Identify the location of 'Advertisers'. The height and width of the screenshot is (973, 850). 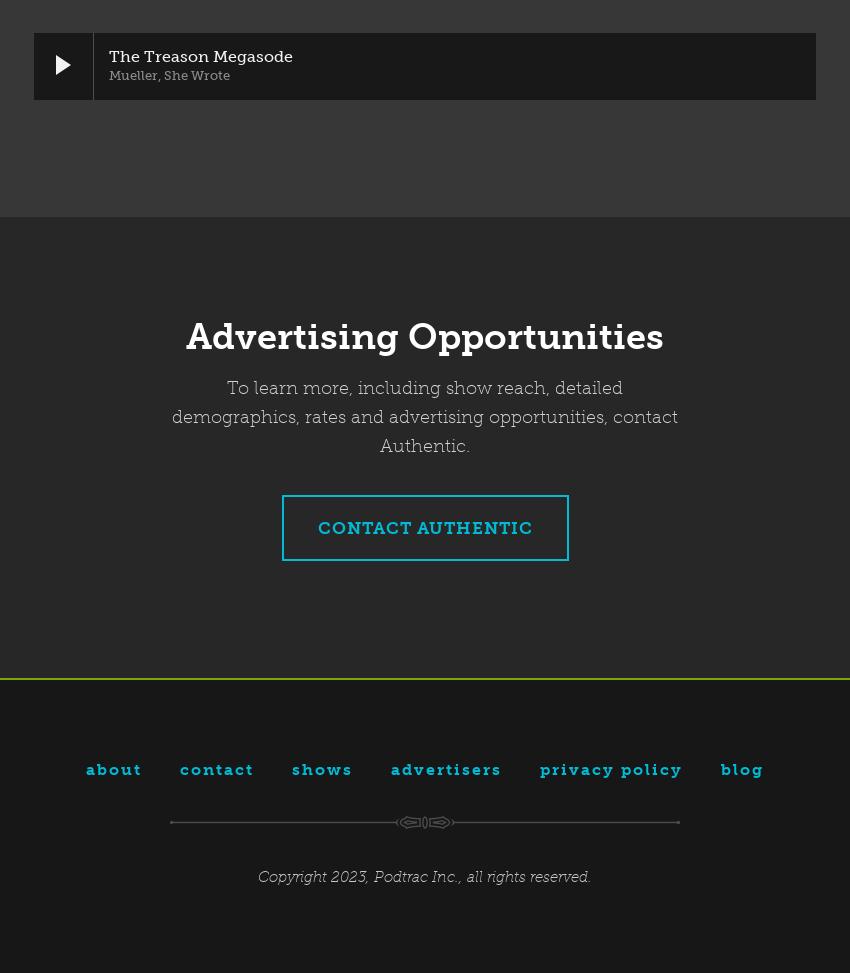
(445, 767).